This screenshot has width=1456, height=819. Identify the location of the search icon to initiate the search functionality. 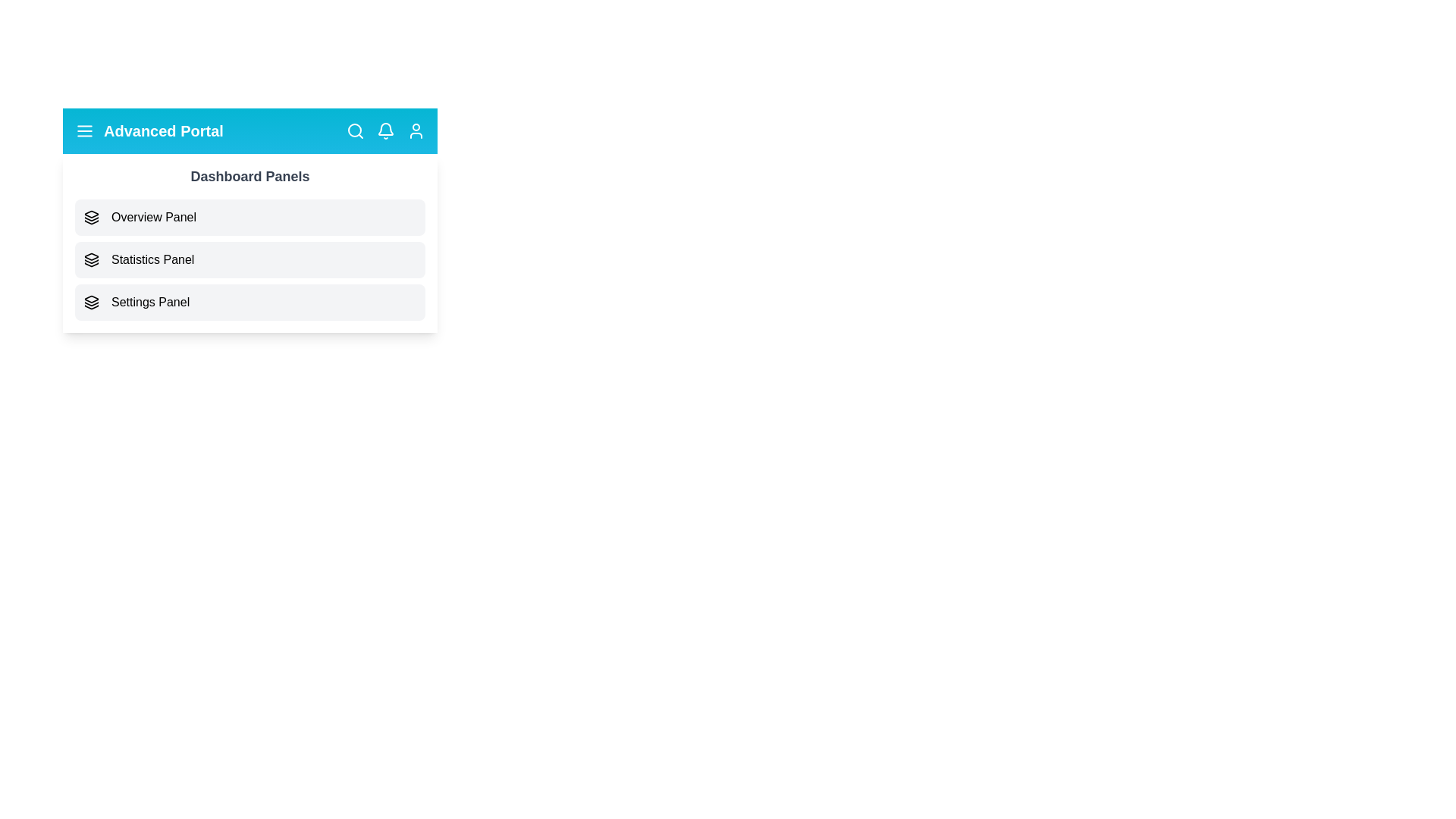
(355, 130).